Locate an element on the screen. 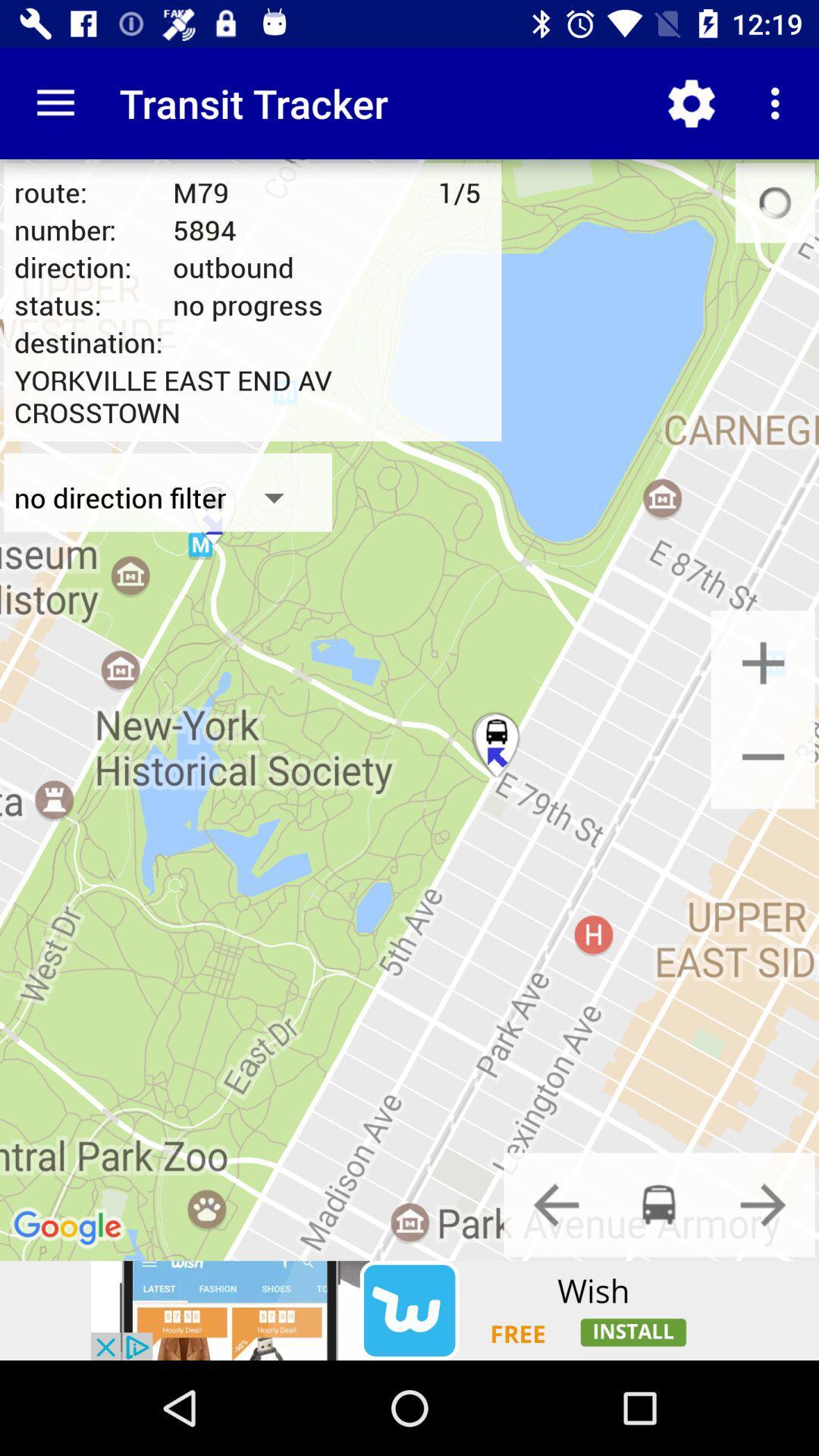 The image size is (819, 1456). go forward is located at coordinates (763, 1203).